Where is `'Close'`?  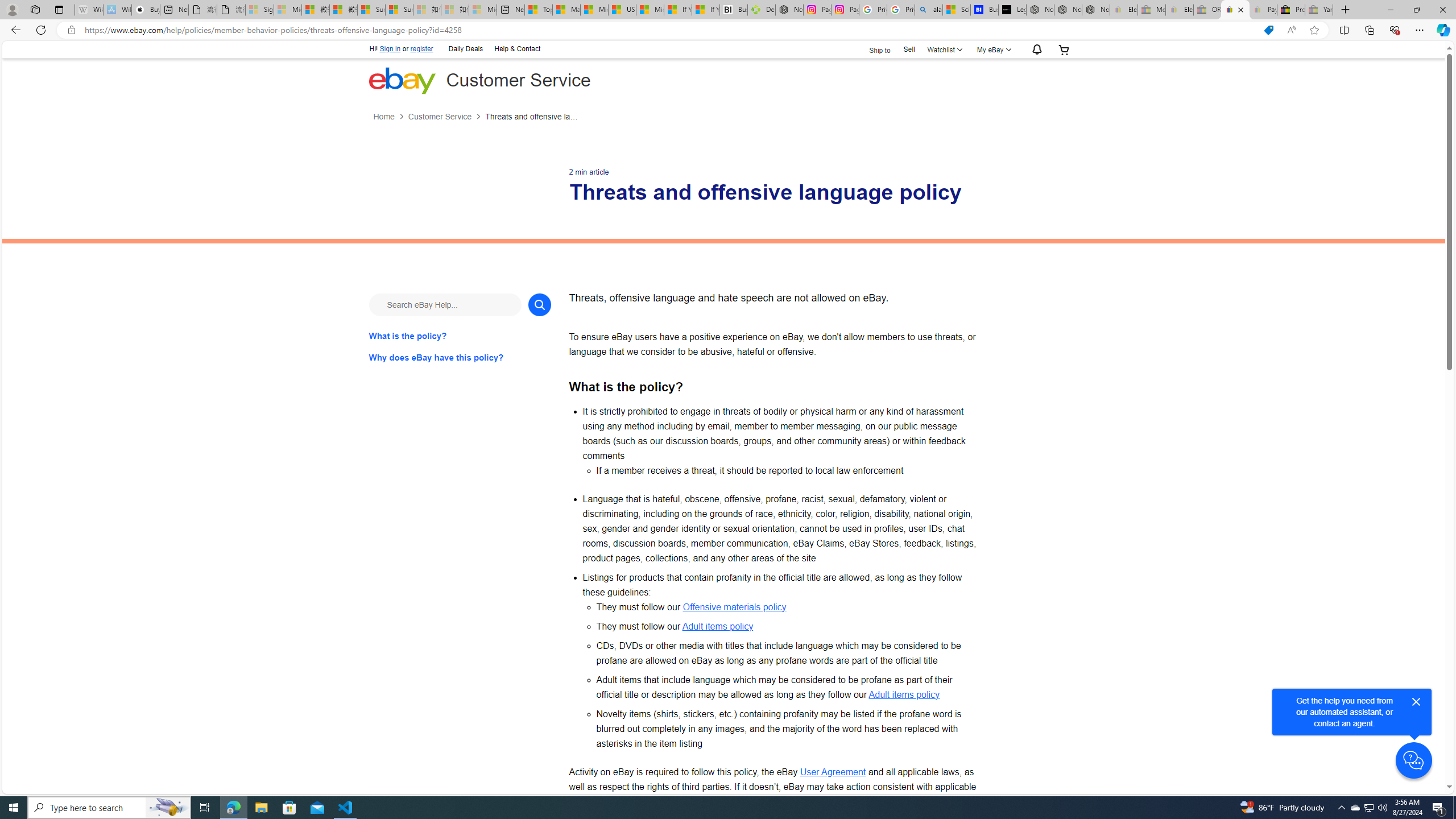 'Close' is located at coordinates (1415, 701).